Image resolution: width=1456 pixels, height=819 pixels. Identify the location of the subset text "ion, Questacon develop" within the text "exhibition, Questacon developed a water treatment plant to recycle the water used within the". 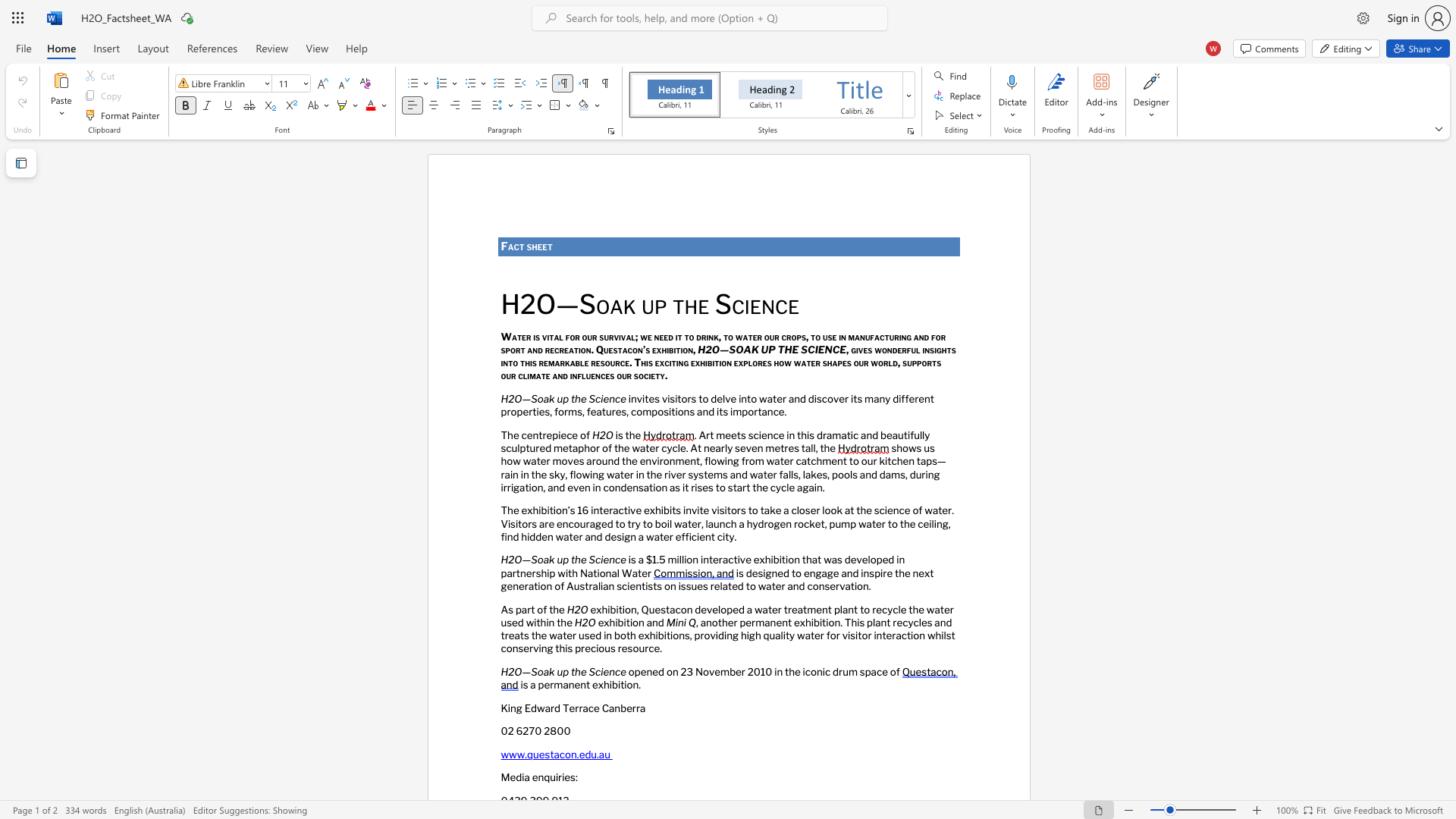
(622, 608).